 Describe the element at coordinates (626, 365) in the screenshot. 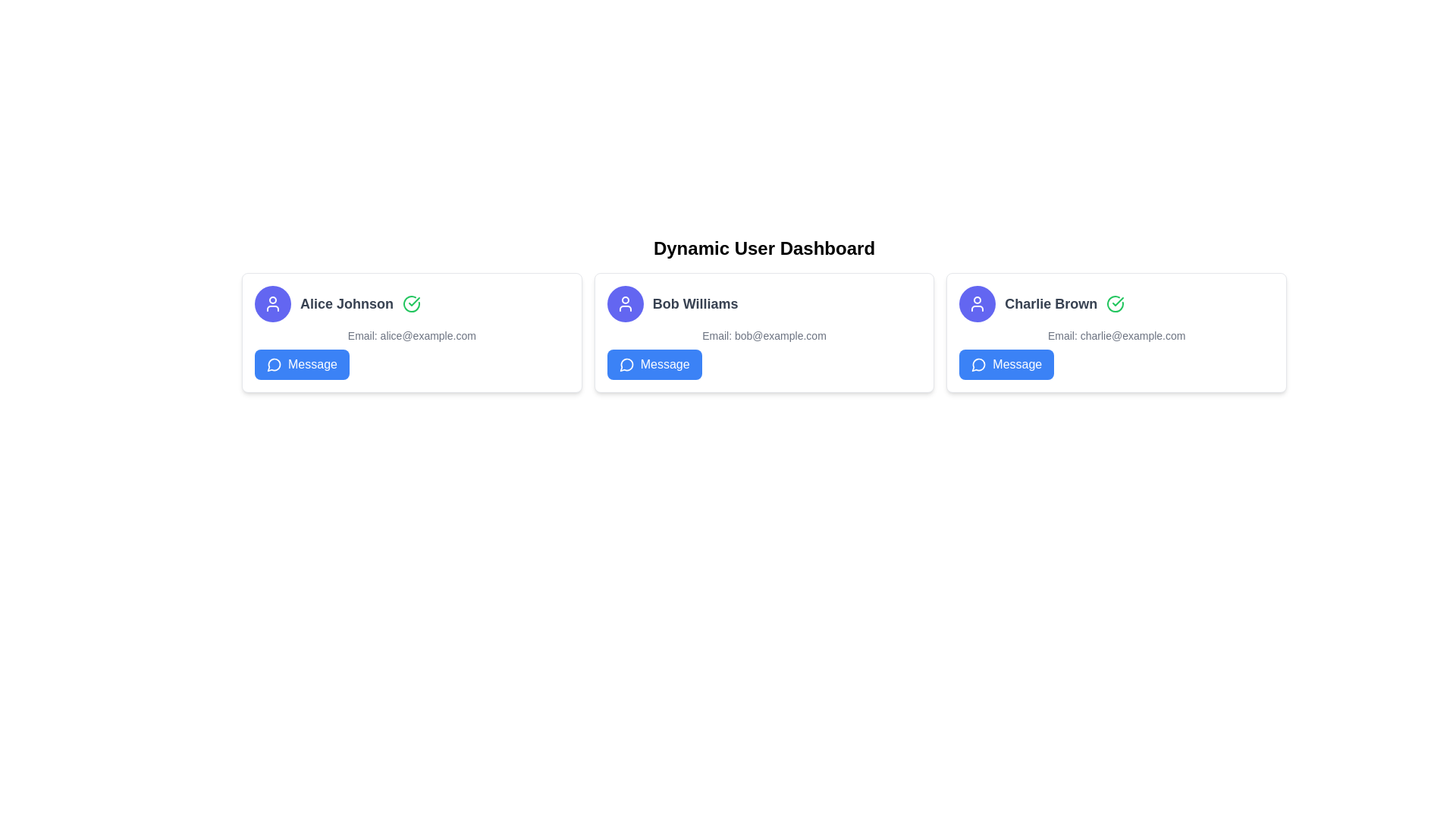

I see `the message icon for 'Bob Williams', which is located directly above the 'Message' label in the center column of the dashboard interface` at that location.